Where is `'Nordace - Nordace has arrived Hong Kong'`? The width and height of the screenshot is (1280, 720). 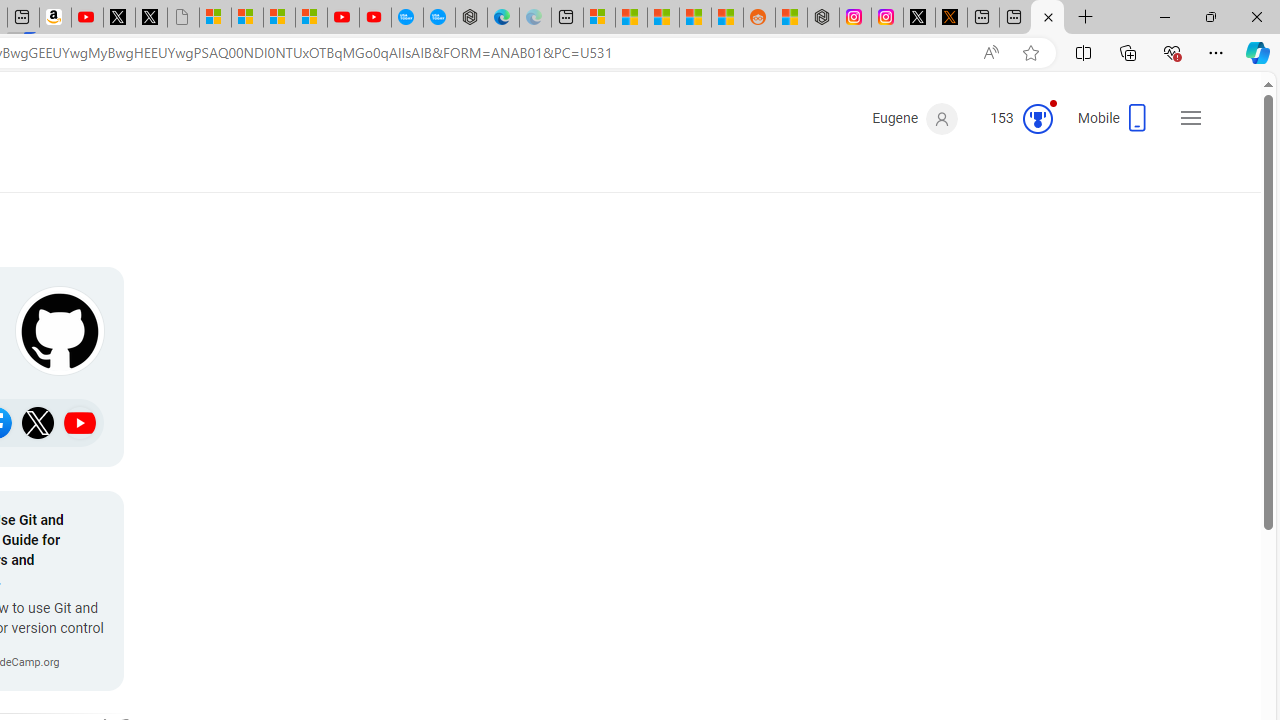
'Nordace - Nordace has arrived Hong Kong' is located at coordinates (470, 17).